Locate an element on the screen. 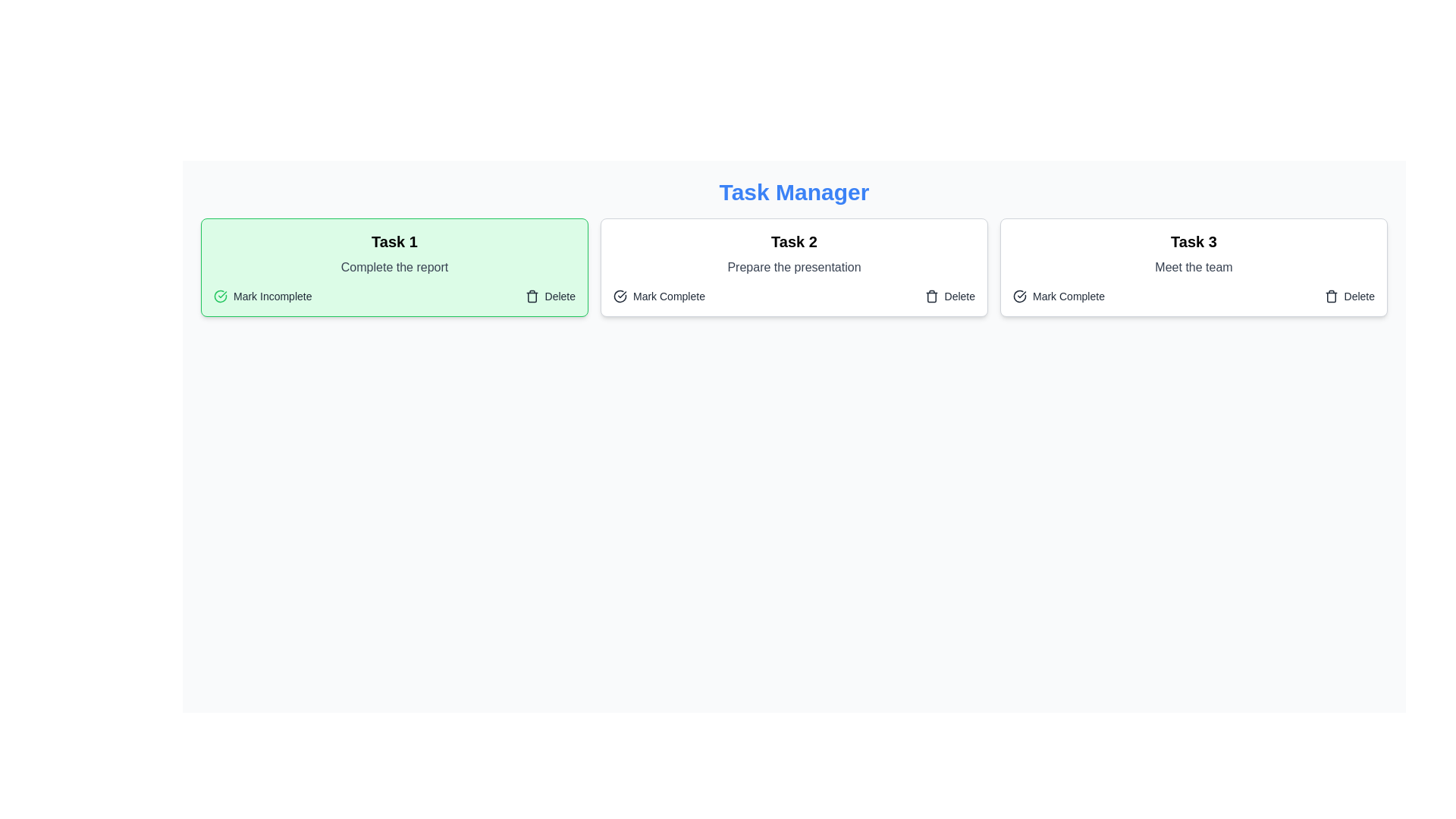 The height and width of the screenshot is (819, 1456). the Static Label indicating the delete functionality, which is located towards the bottom-right corner of the Task 1 box, next to the trash can icon is located at coordinates (559, 296).